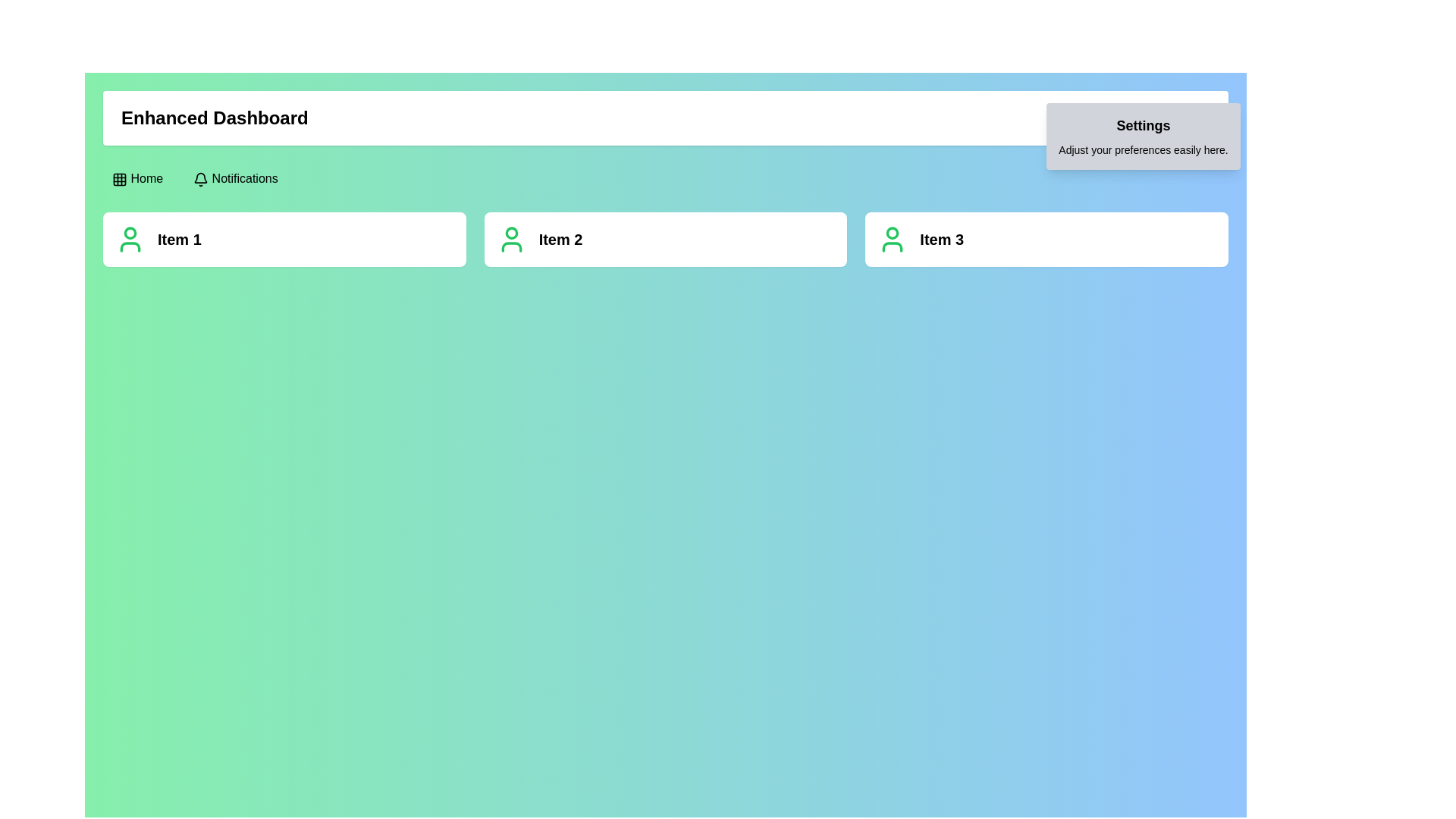  Describe the element at coordinates (234, 177) in the screenshot. I see `the 'Notifications' button located in the top-left horizontal navigation bar` at that location.